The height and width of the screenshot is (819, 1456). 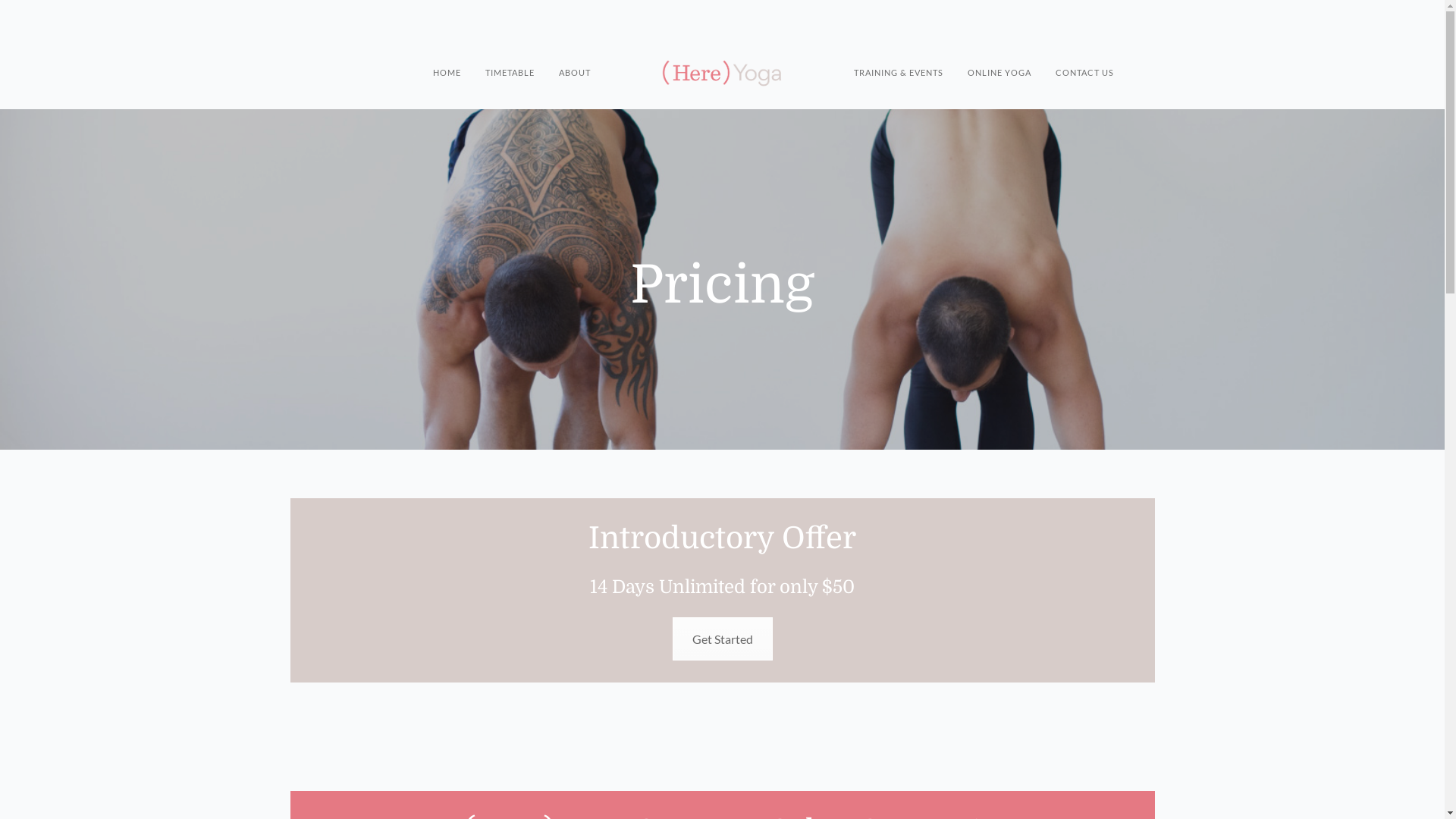 I want to click on 'CONTACT US', so click(x=1084, y=57).